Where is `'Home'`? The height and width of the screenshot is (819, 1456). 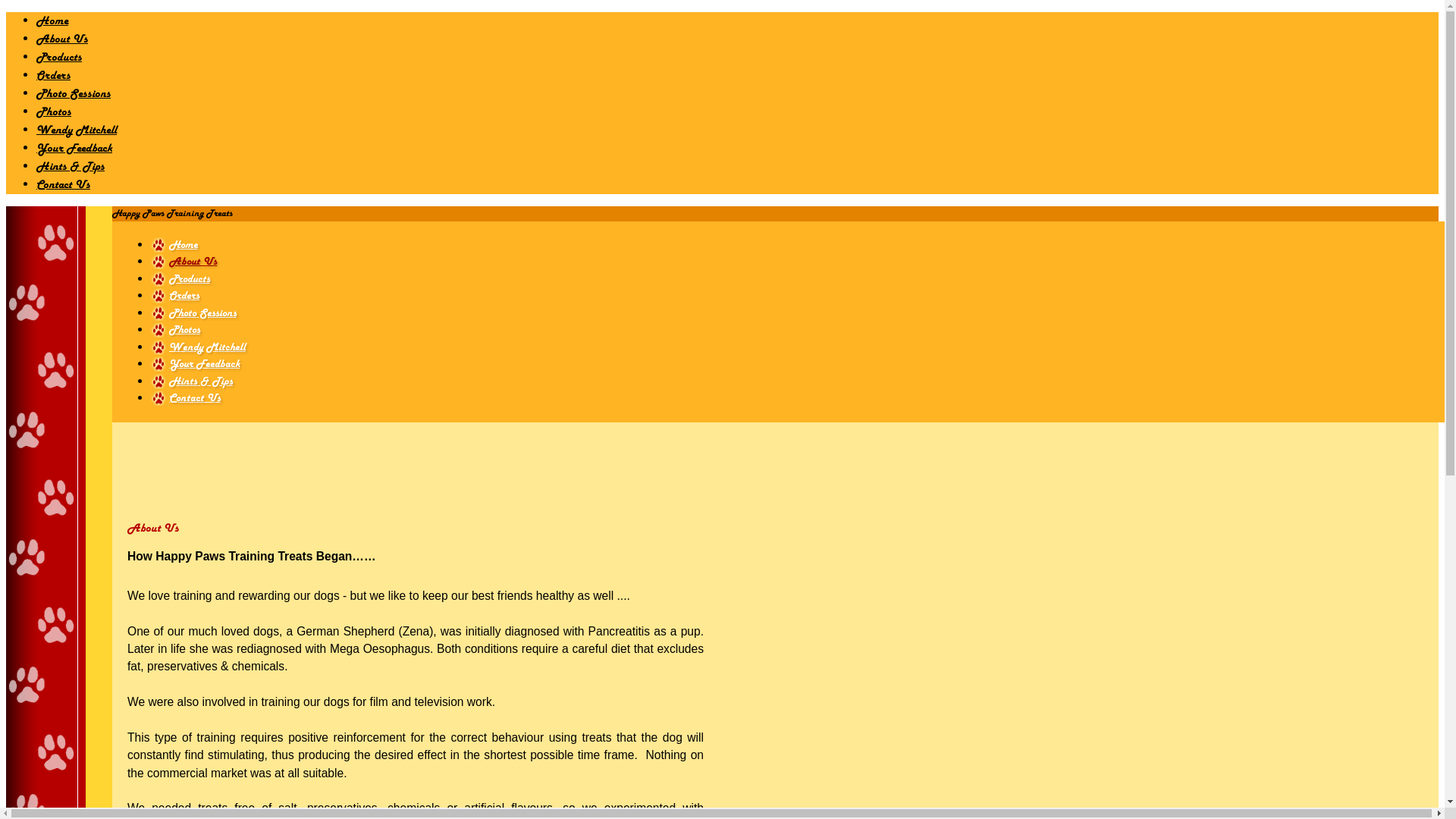 'Home' is located at coordinates (52, 20).